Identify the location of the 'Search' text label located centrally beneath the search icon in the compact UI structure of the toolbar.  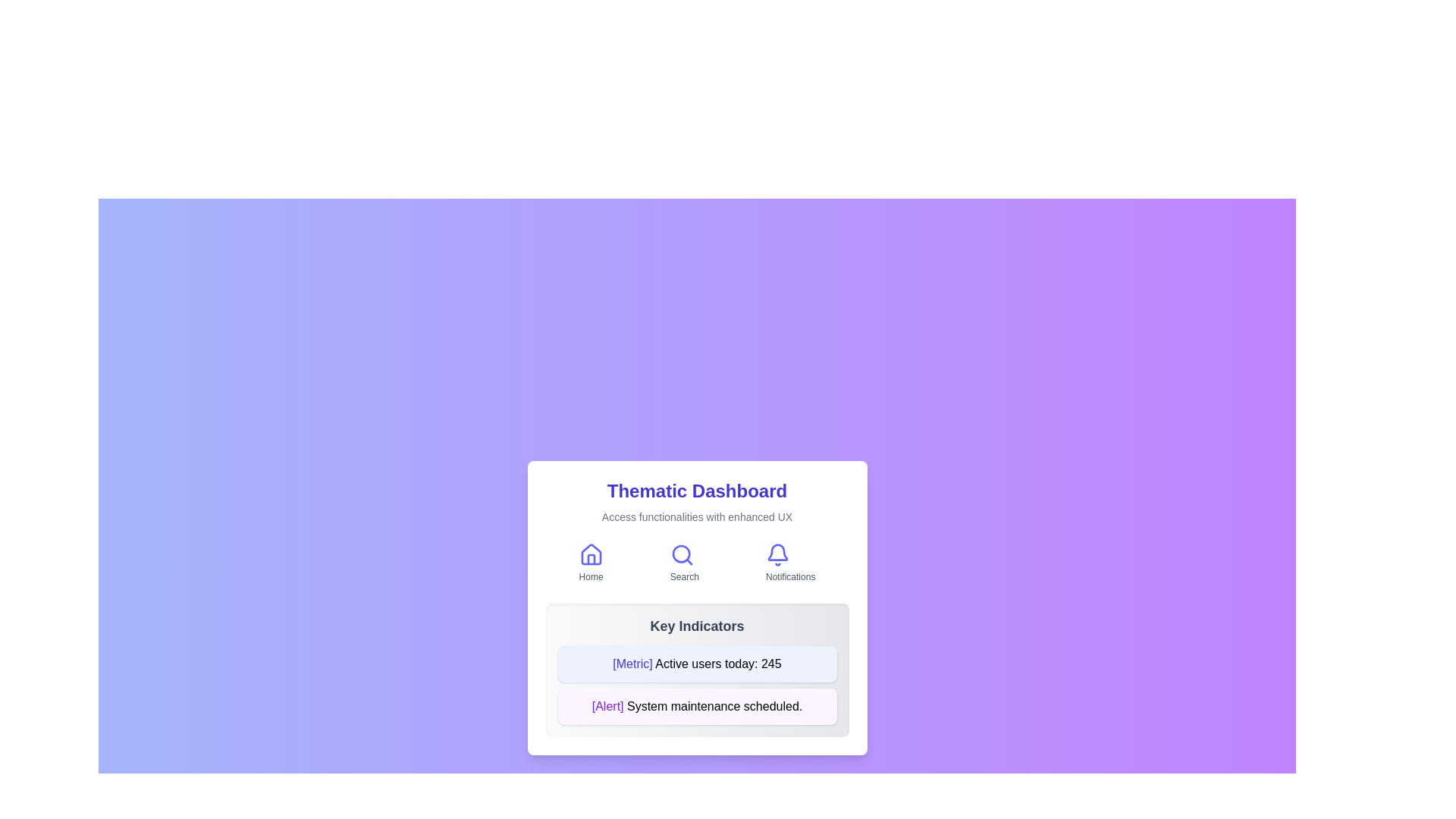
(683, 576).